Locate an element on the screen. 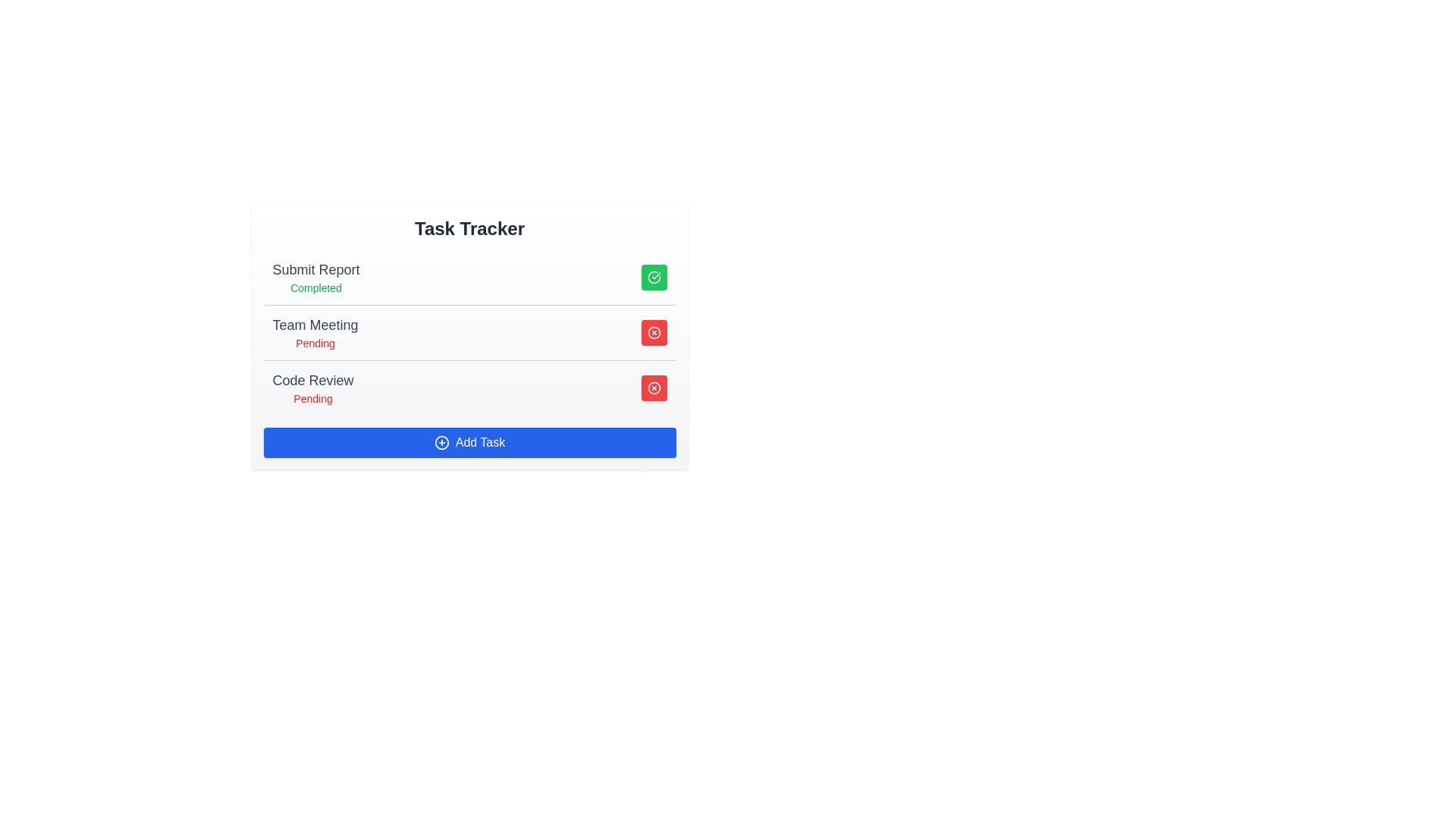 The height and width of the screenshot is (819, 1456). the 'Completed' text label displayed in green font, which is located below the 'Submit Report' label in the task tracking interface is located at coordinates (315, 288).